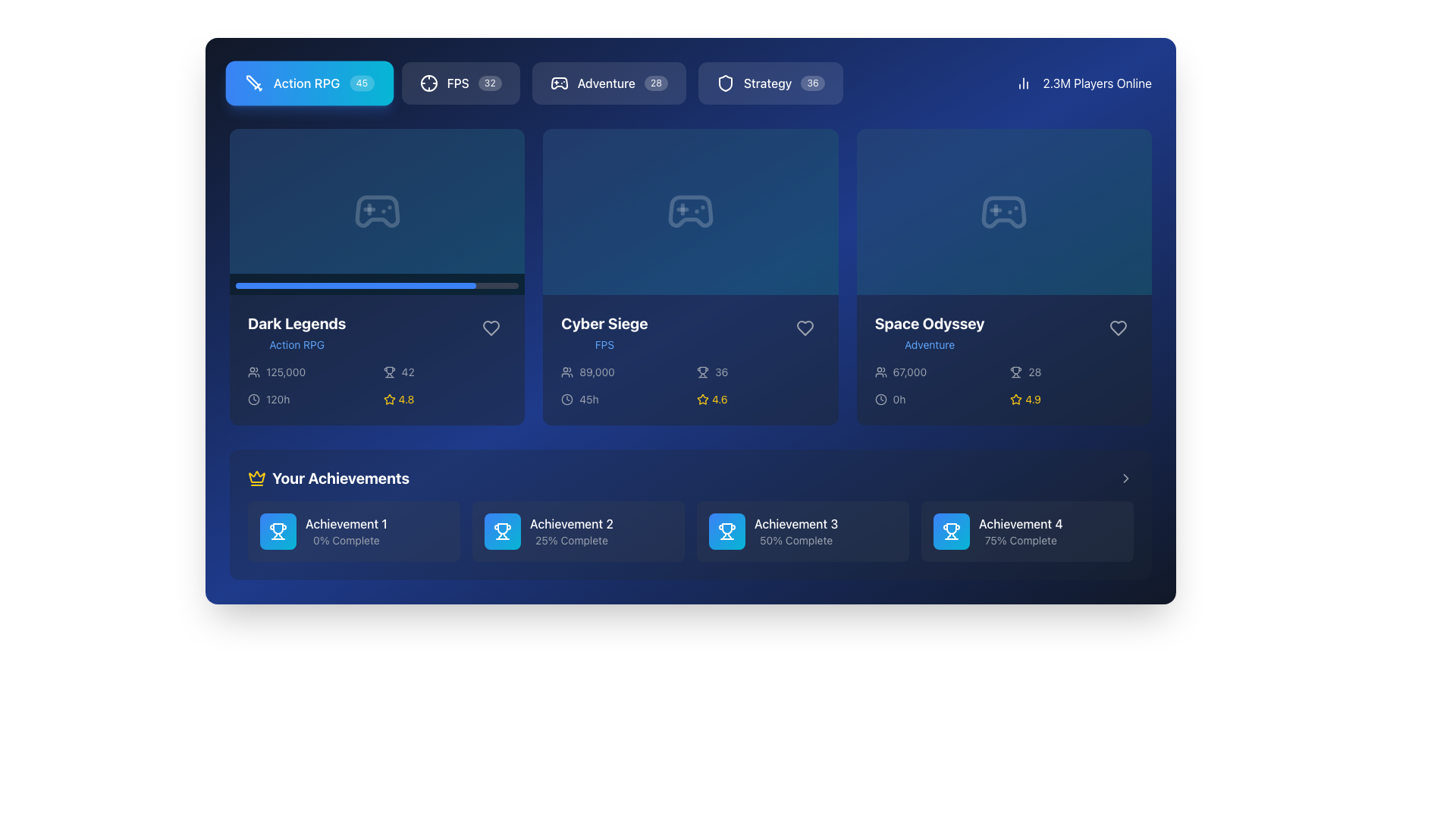 The height and width of the screenshot is (819, 1456). Describe the element at coordinates (770, 83) in the screenshot. I see `the 'Strategy' button in the top navigation bar to change its background shade` at that location.